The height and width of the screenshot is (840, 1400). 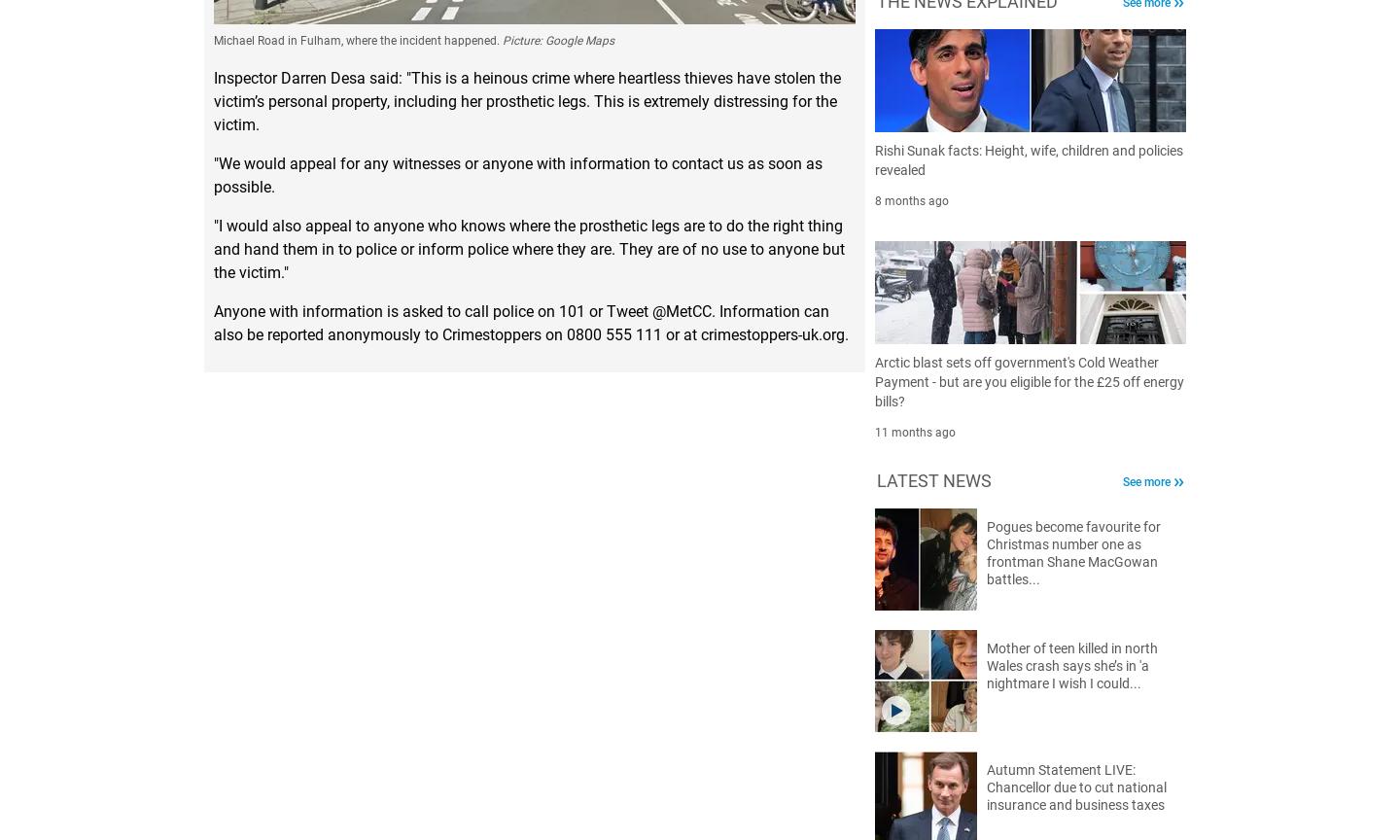 What do you see at coordinates (1075, 785) in the screenshot?
I see `'Autumn Statement LIVE: Chancellor due to cut national insurance and business taxes'` at bounding box center [1075, 785].